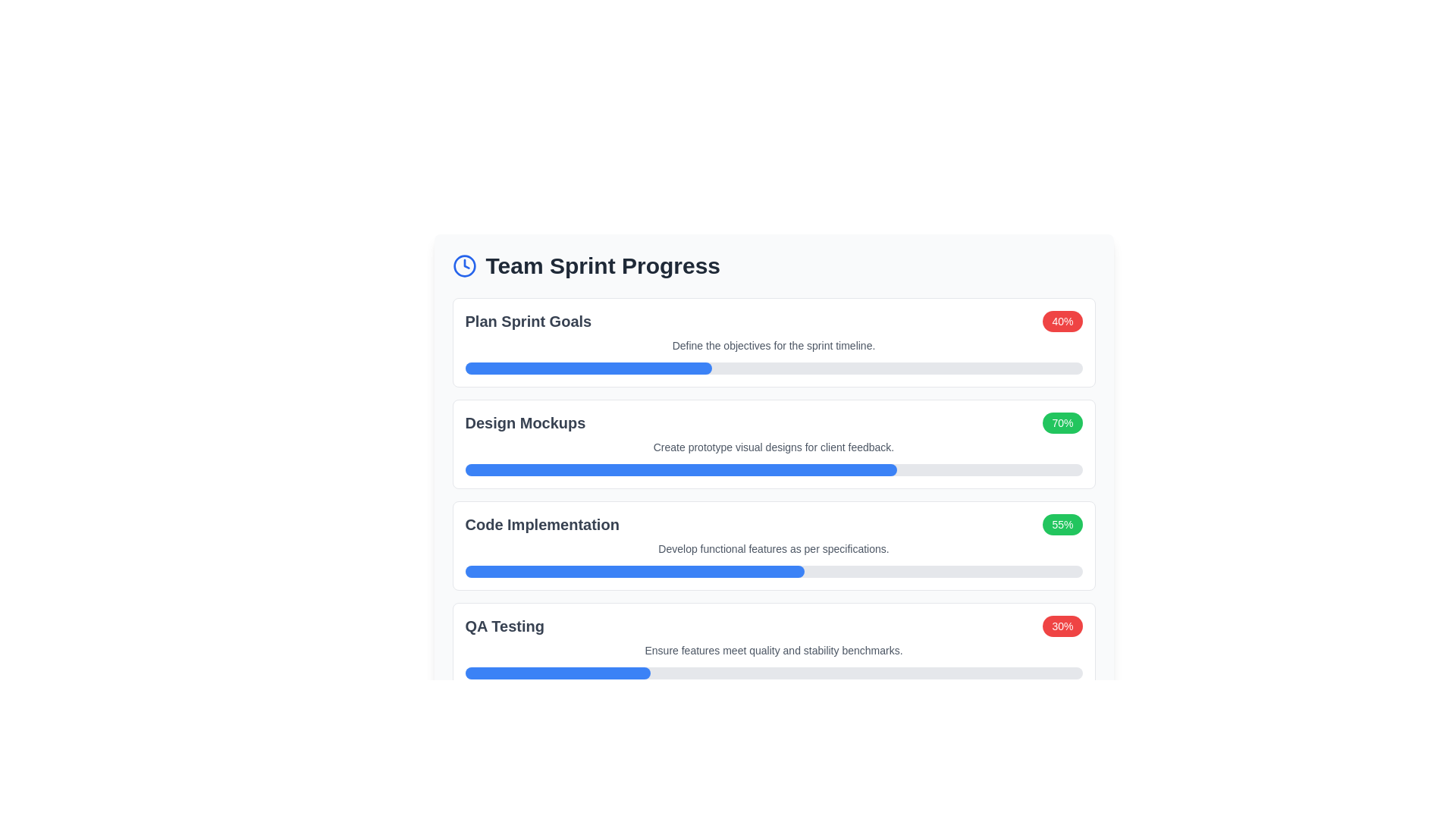 This screenshot has width=1456, height=819. Describe the element at coordinates (773, 571) in the screenshot. I see `the progress value of the progress bar indicating 'Code Implementation', which shows 55% completion, located beneath the relevant text in the third section of the progress items list` at that location.